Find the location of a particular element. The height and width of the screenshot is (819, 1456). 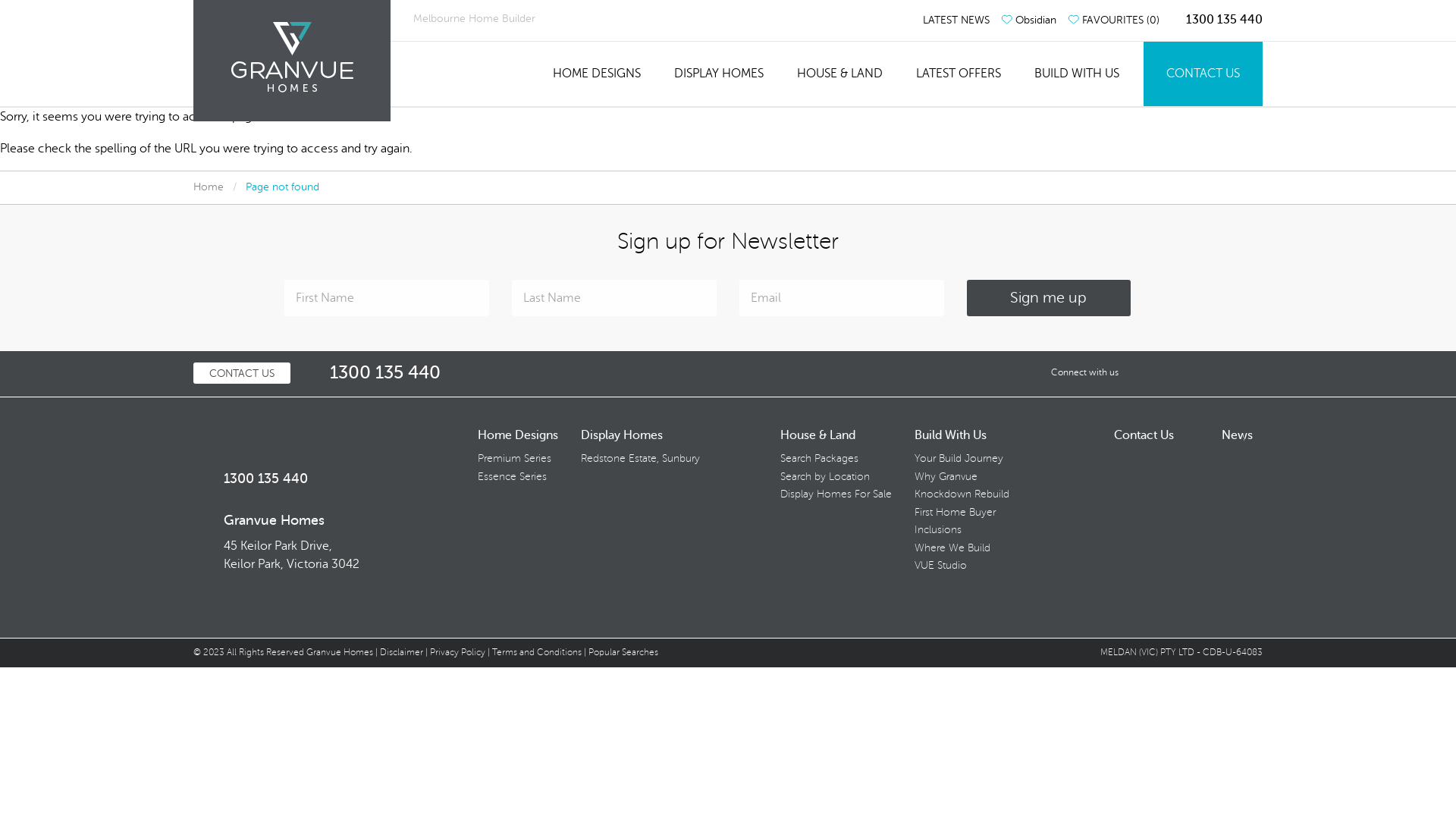

'Redstone Estate, Sunbury' is located at coordinates (640, 457).